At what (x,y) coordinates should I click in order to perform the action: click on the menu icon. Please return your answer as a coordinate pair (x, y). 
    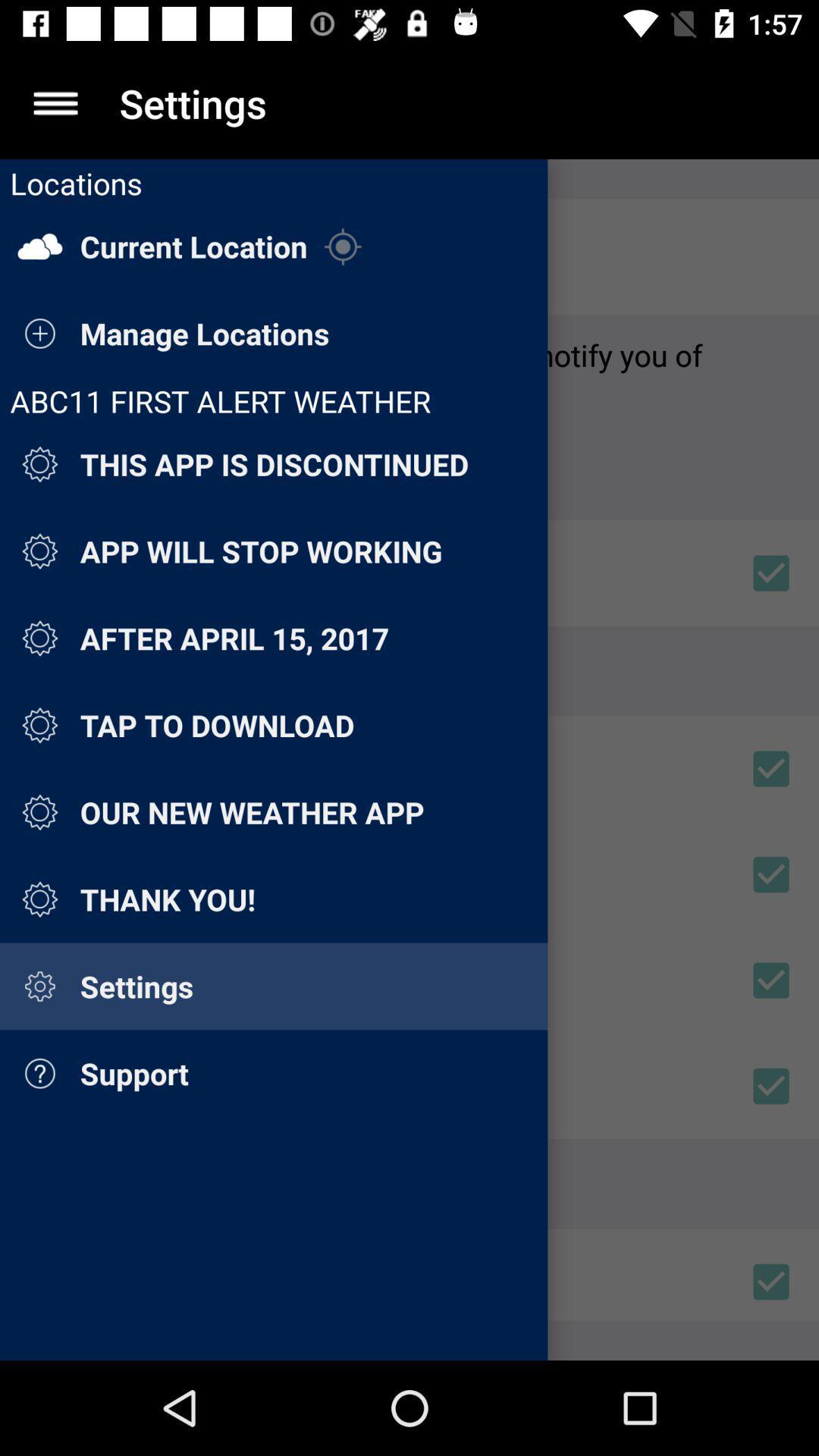
    Looking at the image, I should click on (55, 102).